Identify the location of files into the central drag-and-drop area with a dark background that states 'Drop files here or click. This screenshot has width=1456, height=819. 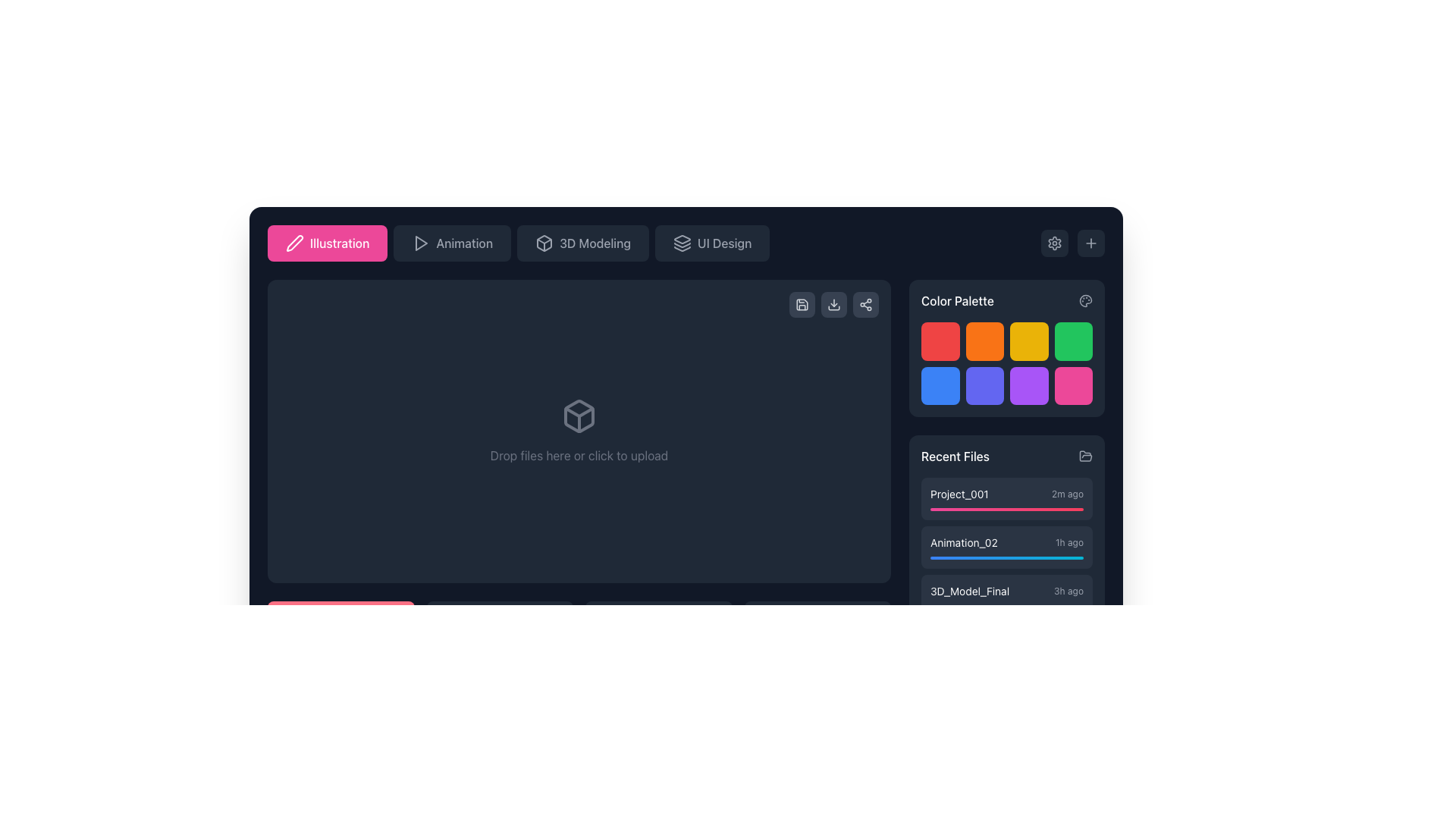
(578, 475).